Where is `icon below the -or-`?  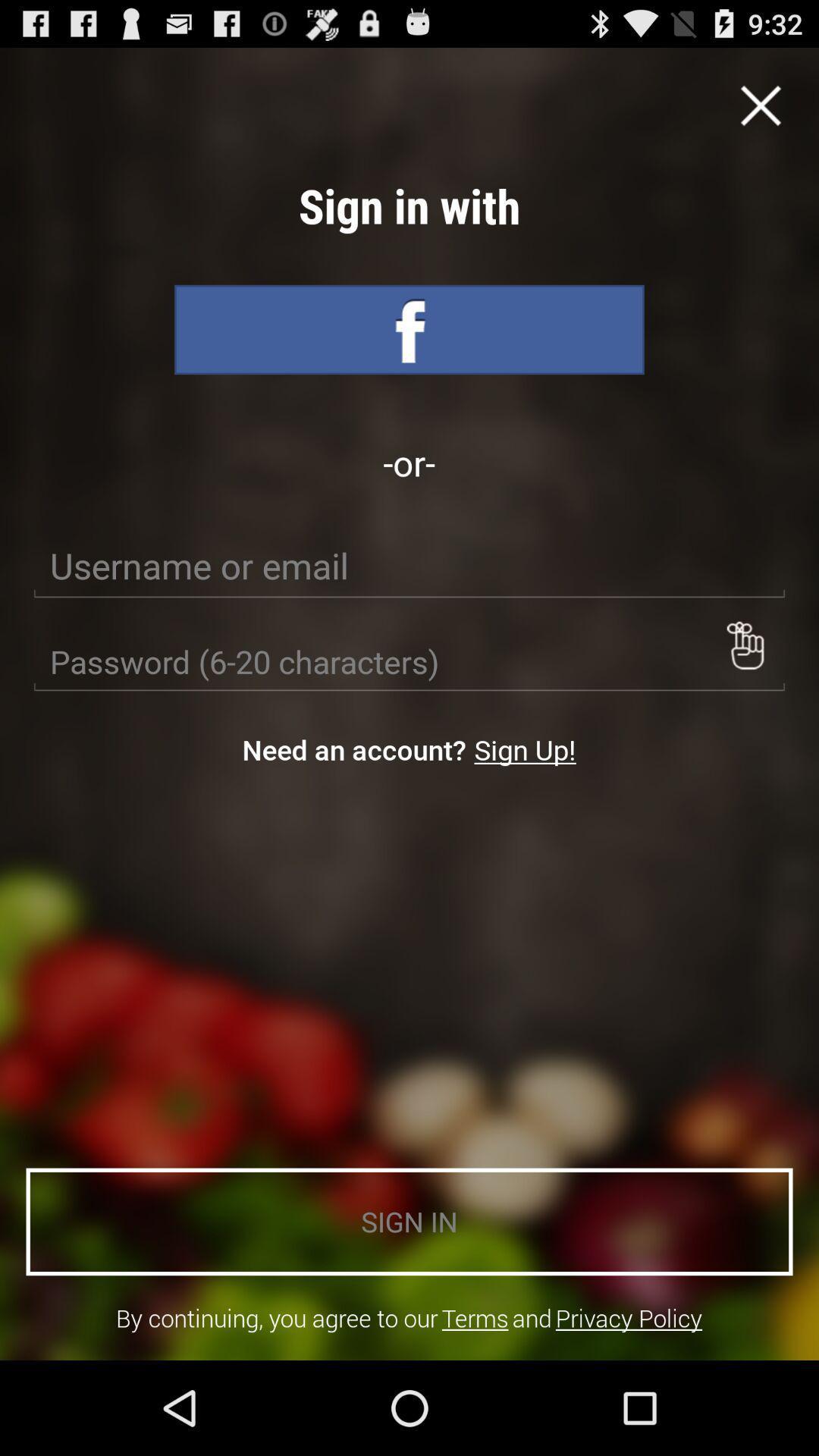 icon below the -or- is located at coordinates (409, 566).